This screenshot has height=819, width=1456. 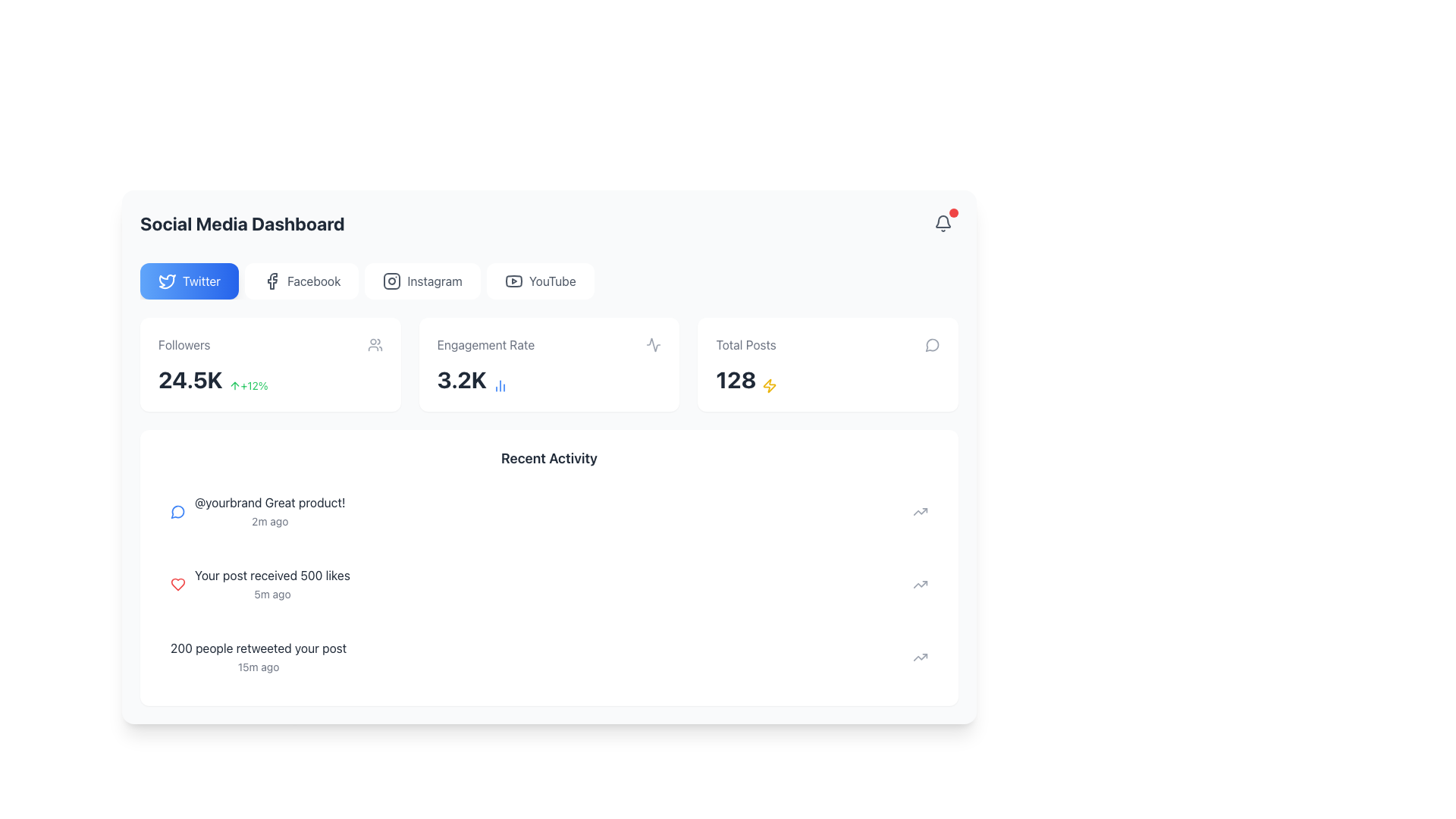 What do you see at coordinates (434, 281) in the screenshot?
I see `the Text label that serves as a label for the Instagram button, which is located in the top row of the interface among other social media buttons` at bounding box center [434, 281].